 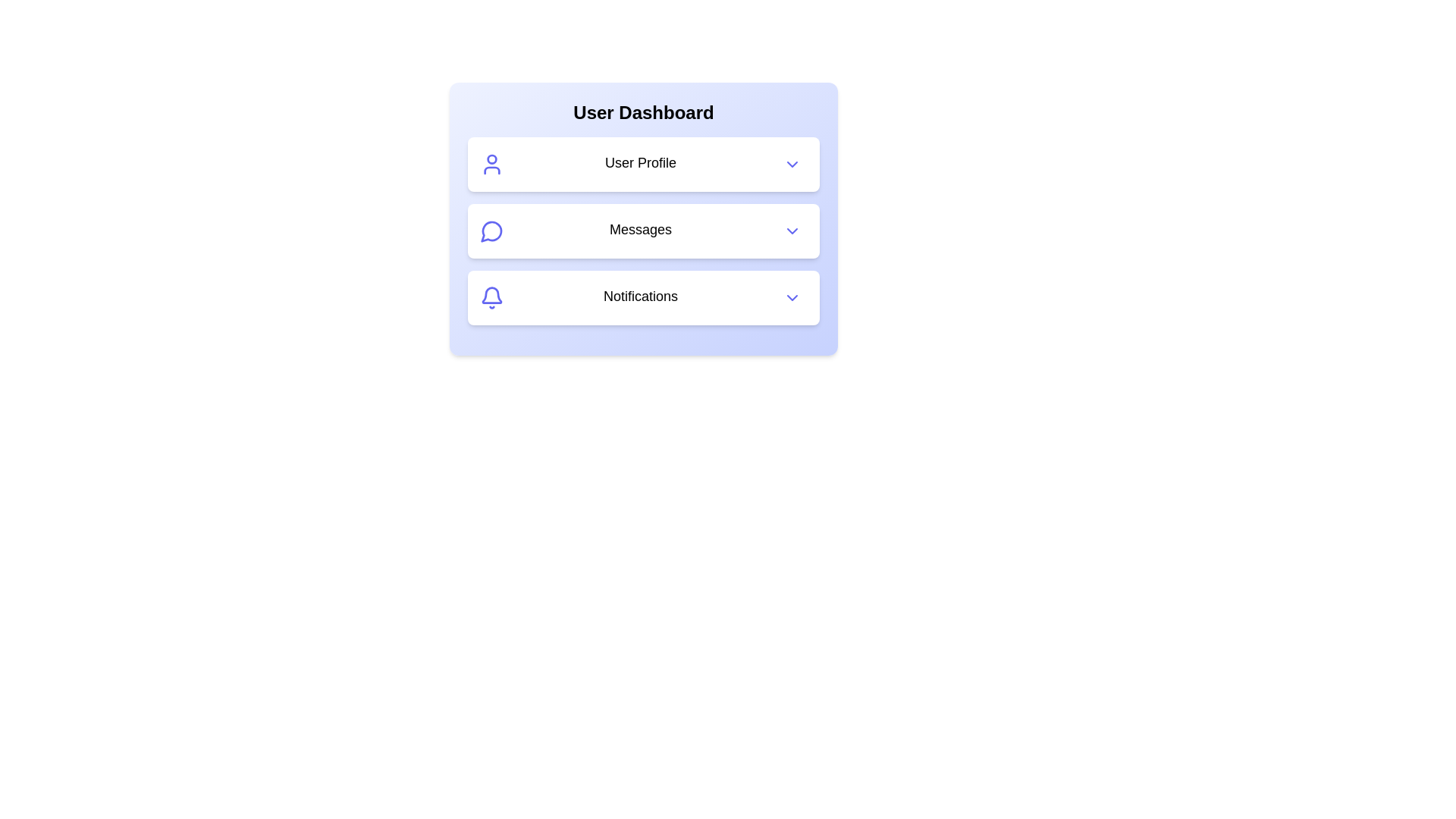 I want to click on the icon corresponding to Messages, so click(x=491, y=231).